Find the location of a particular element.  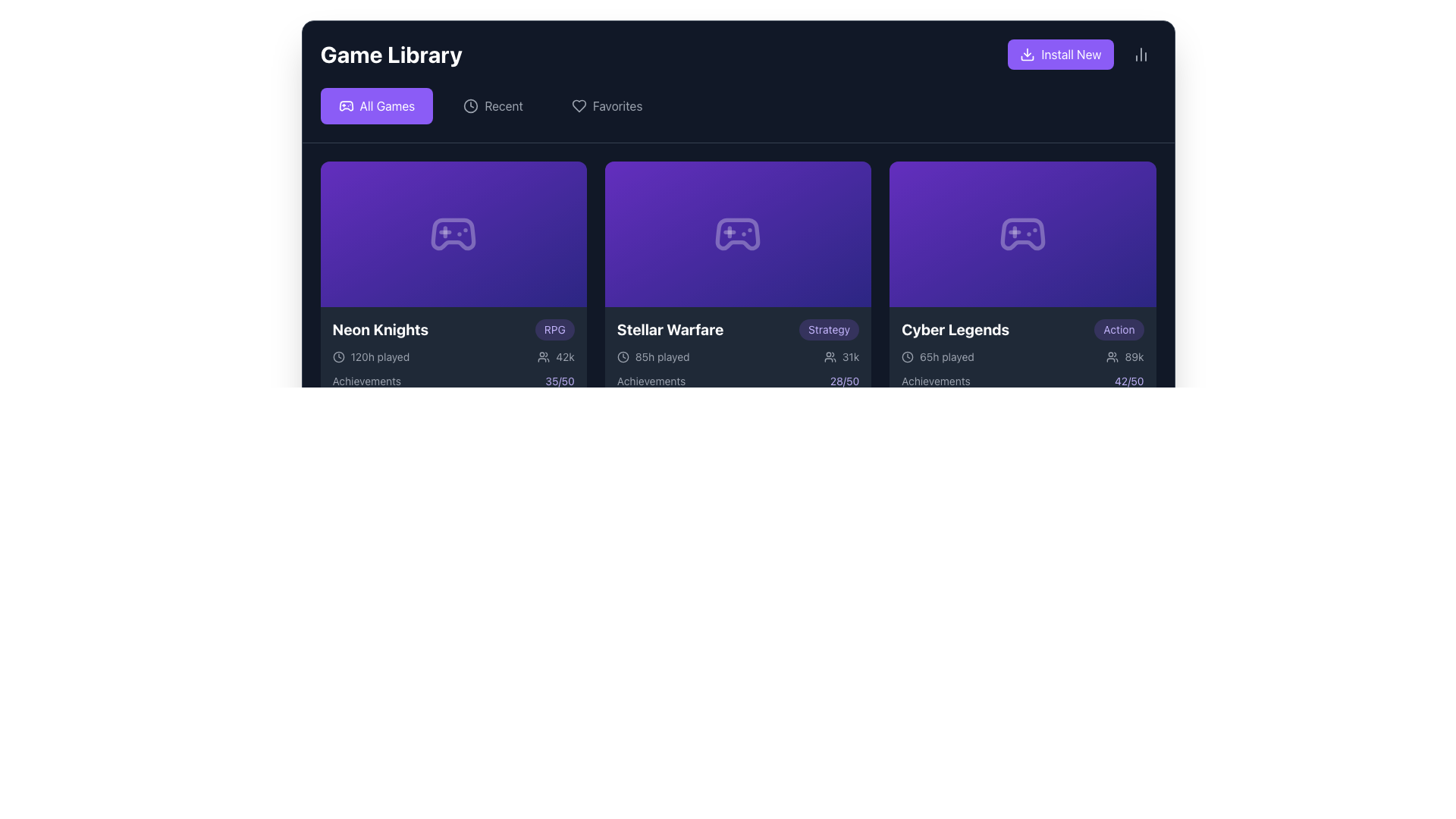

the game controller icon located at the center of the 'Cyber Legends' card in the 'Game Library' interface is located at coordinates (1022, 234).